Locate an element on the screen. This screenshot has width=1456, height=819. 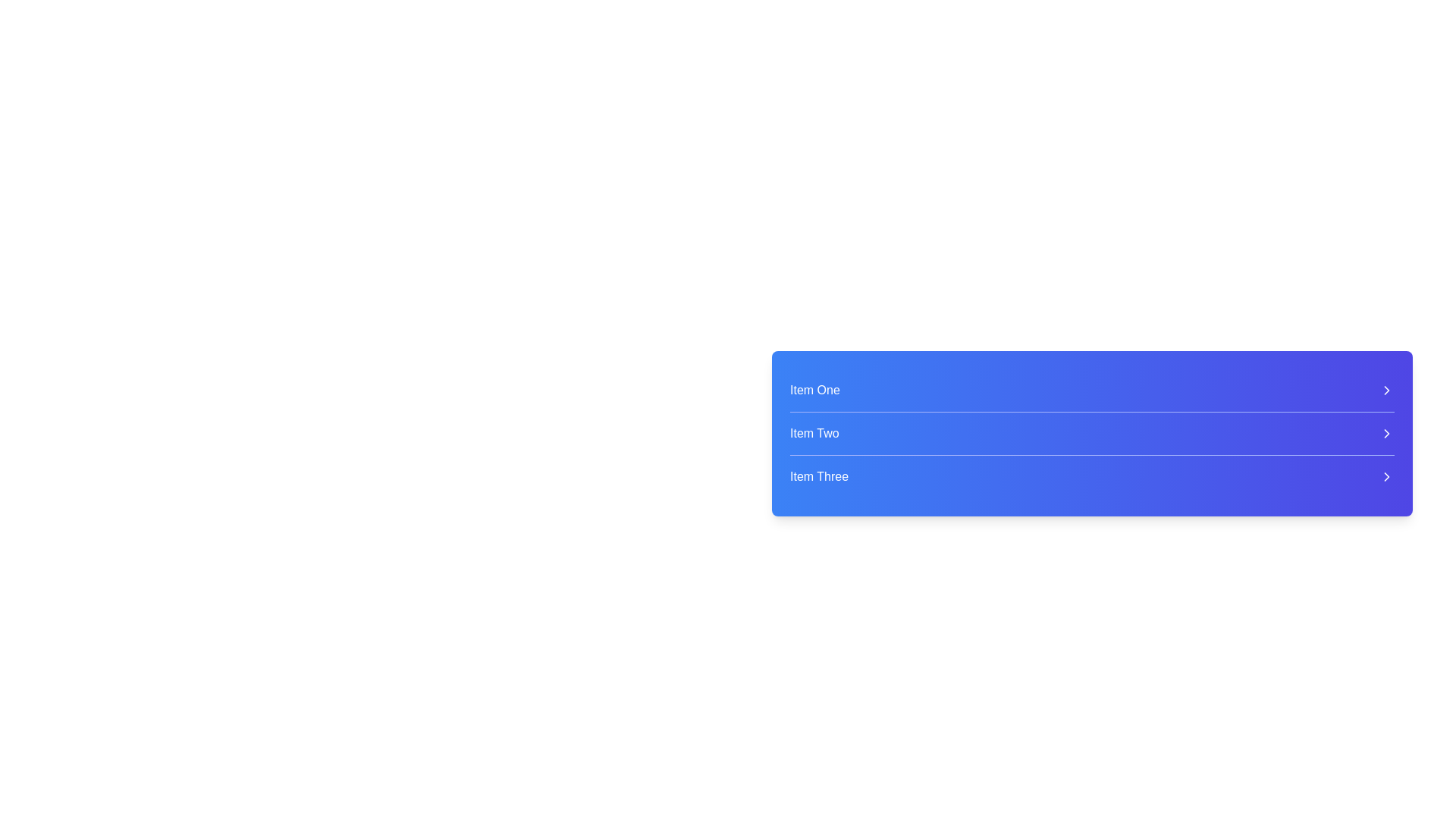
the right-facing chevron arrow icon associated with 'Item Two' is located at coordinates (1386, 433).